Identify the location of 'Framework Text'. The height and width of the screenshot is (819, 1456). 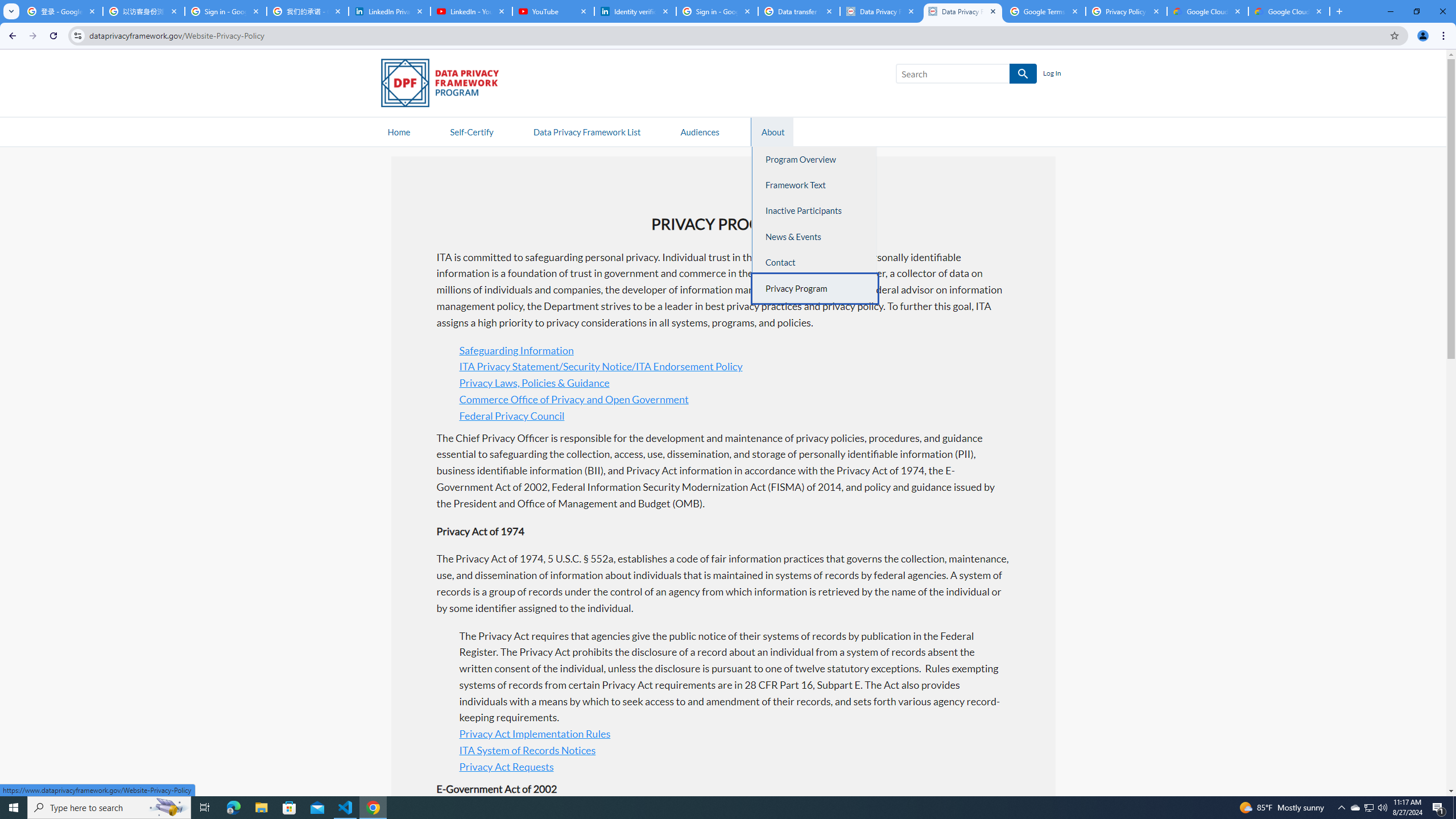
(814, 185).